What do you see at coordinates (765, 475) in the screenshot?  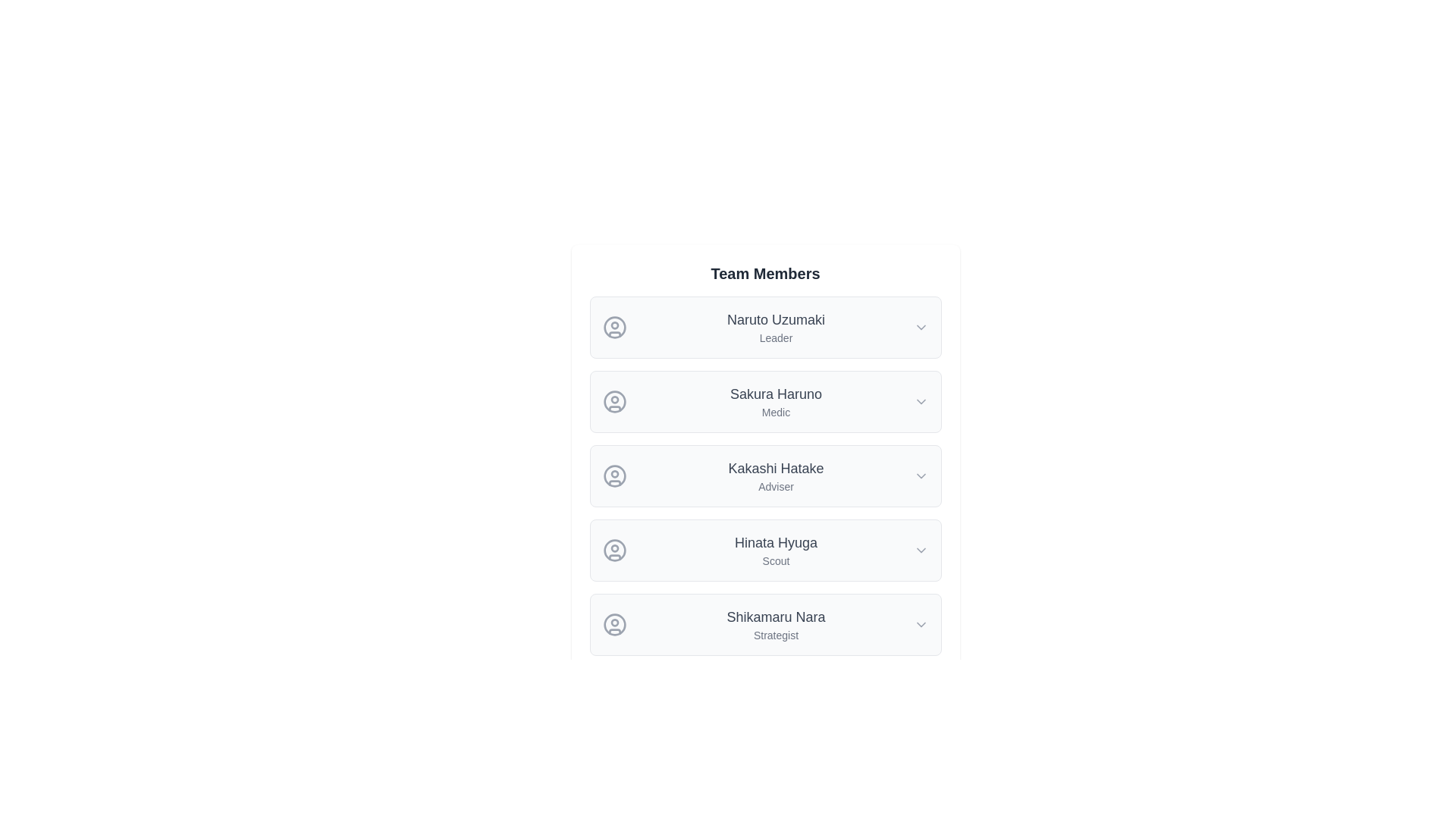 I see `the List item panel displaying 'Kakashi Hatake'` at bounding box center [765, 475].